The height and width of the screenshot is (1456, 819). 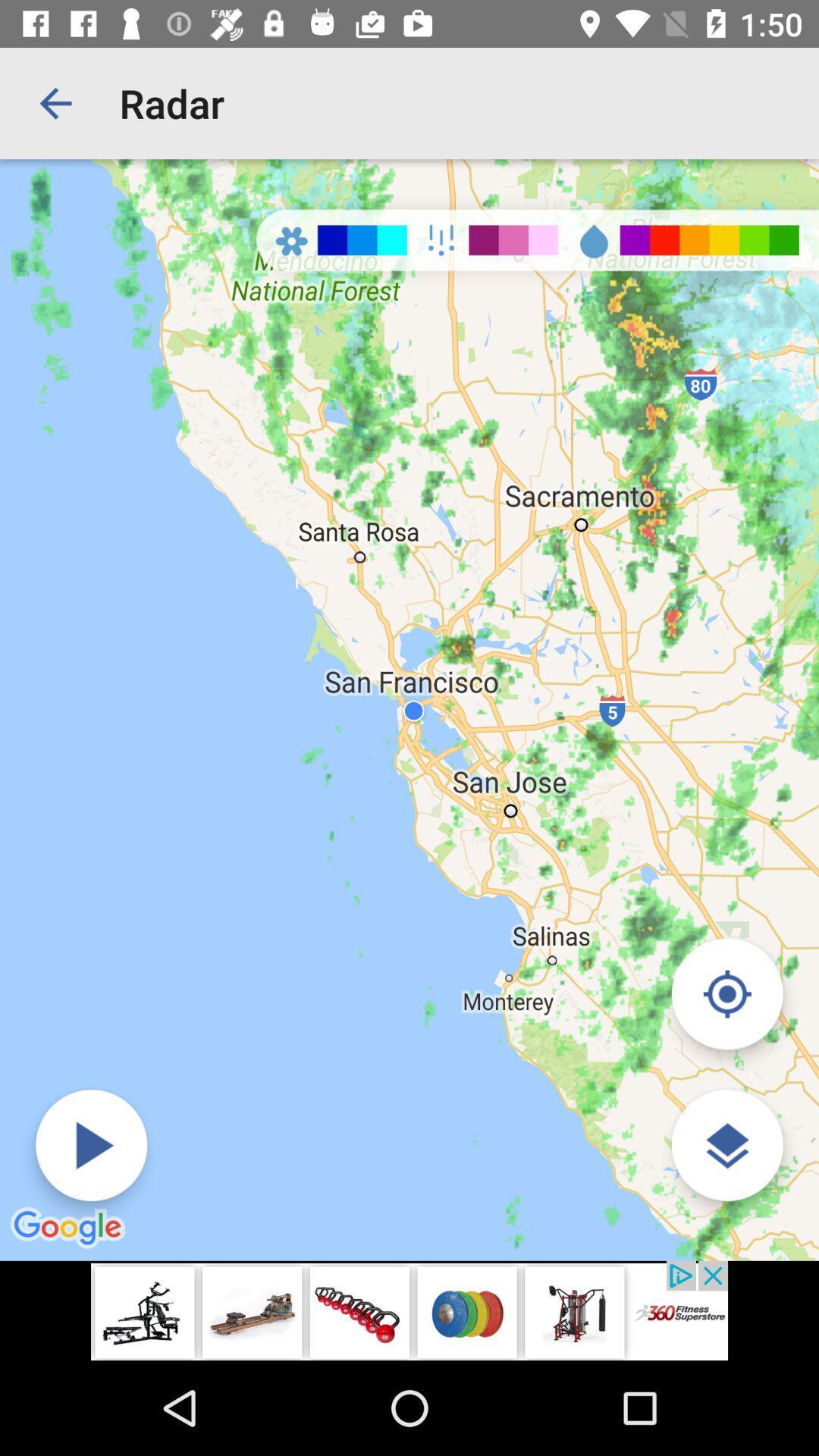 What do you see at coordinates (91, 1145) in the screenshot?
I see `switch` at bounding box center [91, 1145].